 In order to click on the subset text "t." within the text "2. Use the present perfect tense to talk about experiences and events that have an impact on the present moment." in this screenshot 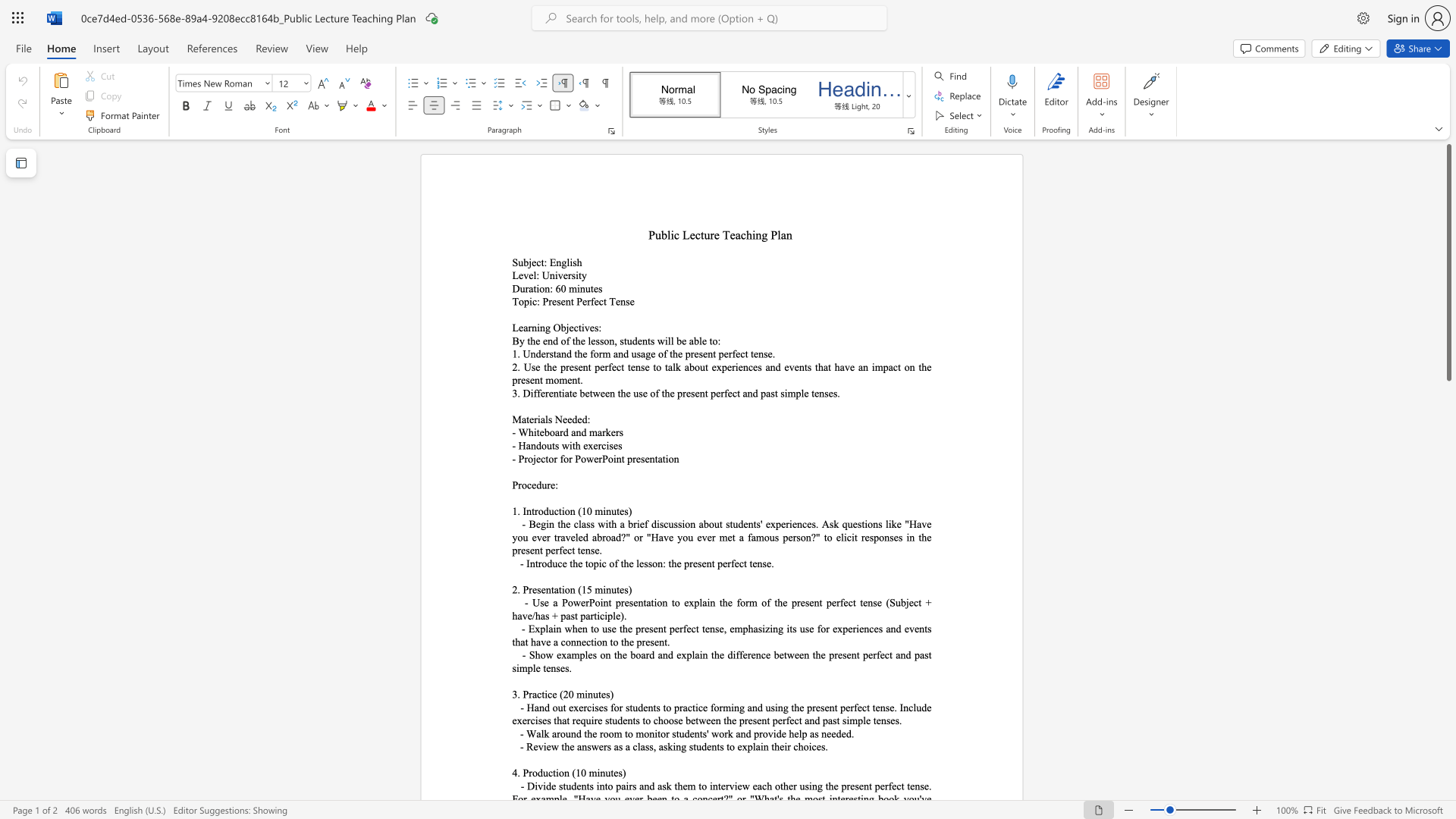, I will do `click(576, 379)`.